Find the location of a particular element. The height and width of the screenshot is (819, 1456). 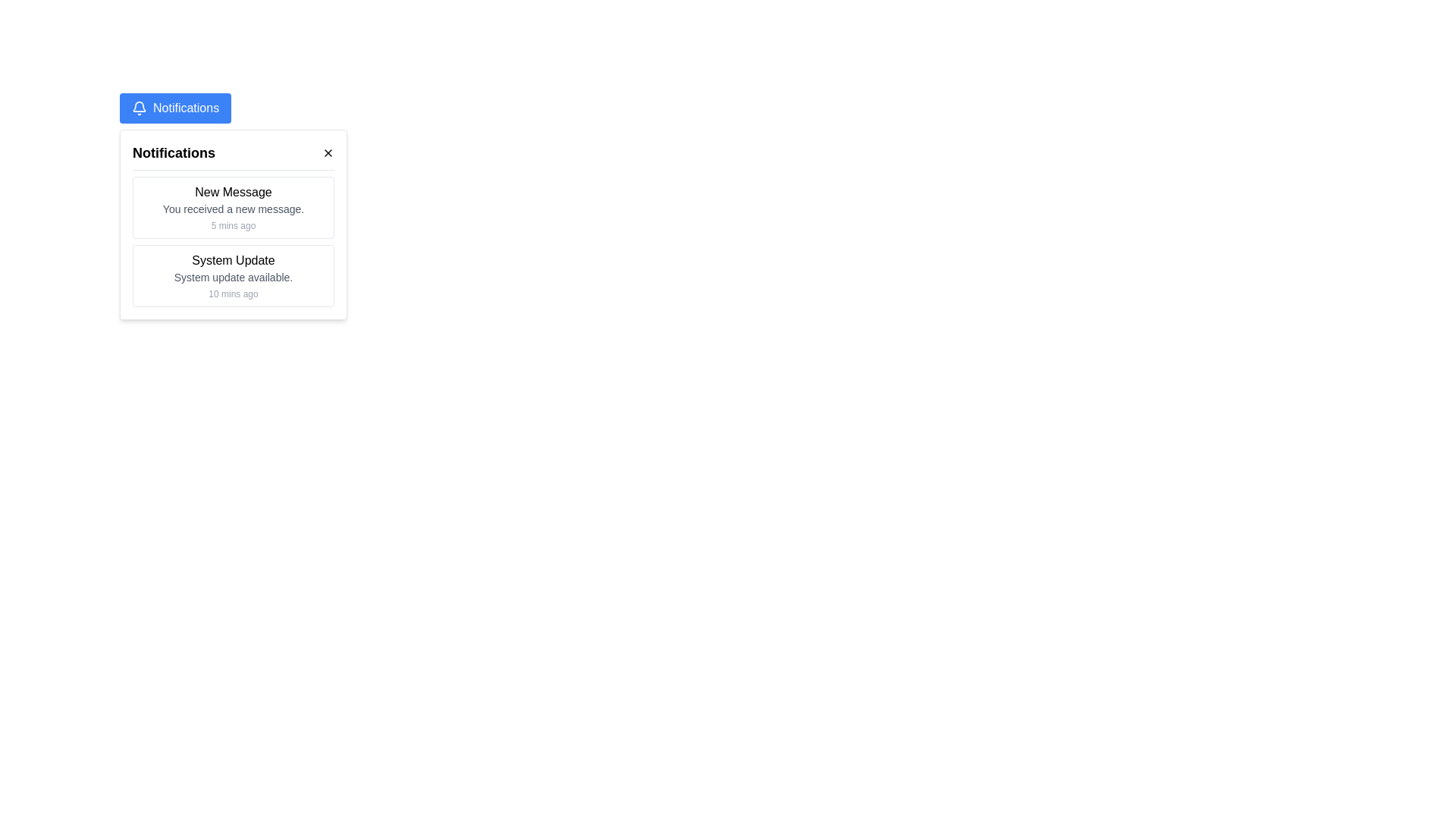

the trigger button that toggles the visibility of the notifications dropdown is located at coordinates (175, 107).